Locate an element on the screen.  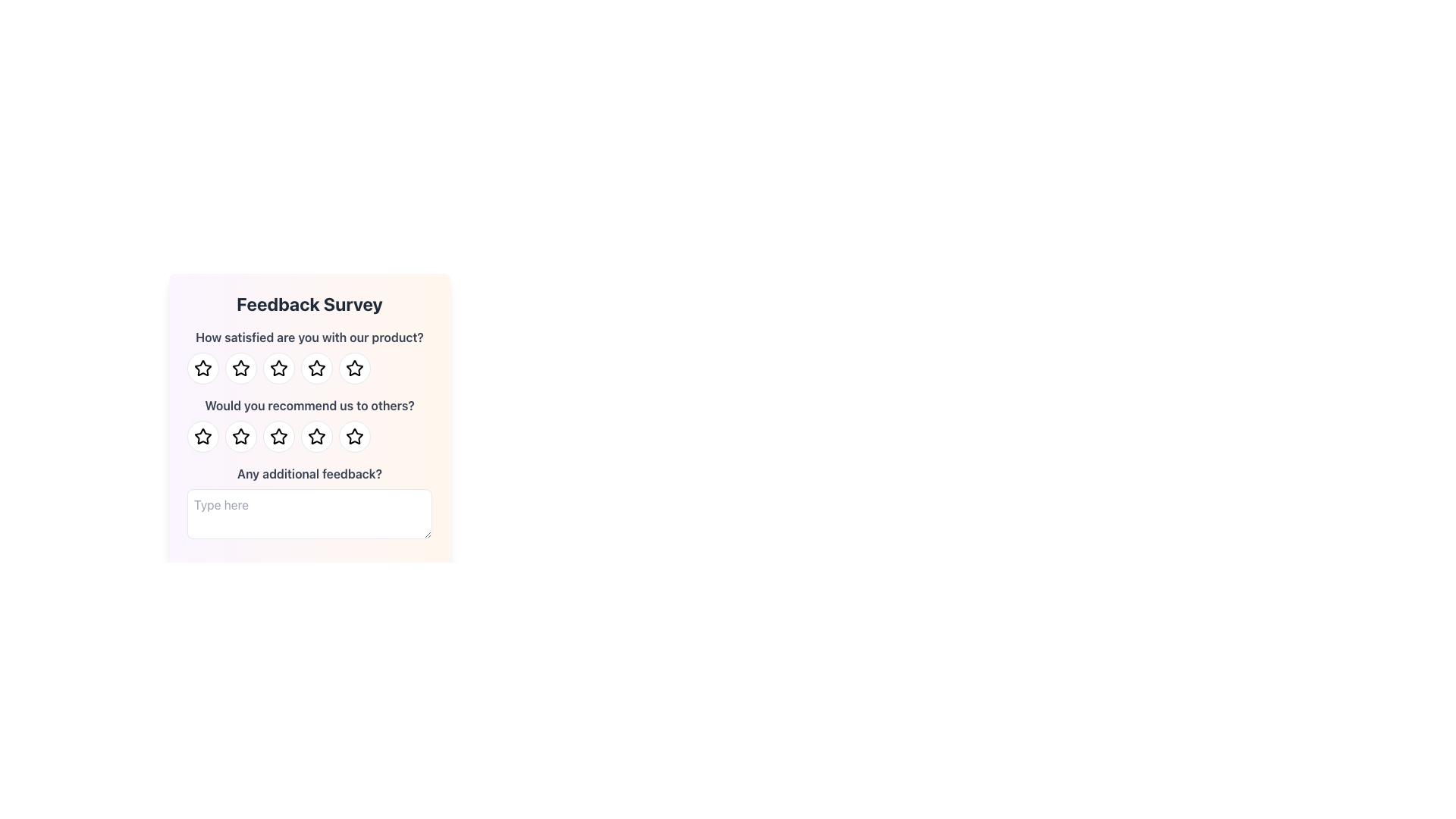
the second star button in the middle row of the rating options is located at coordinates (240, 436).